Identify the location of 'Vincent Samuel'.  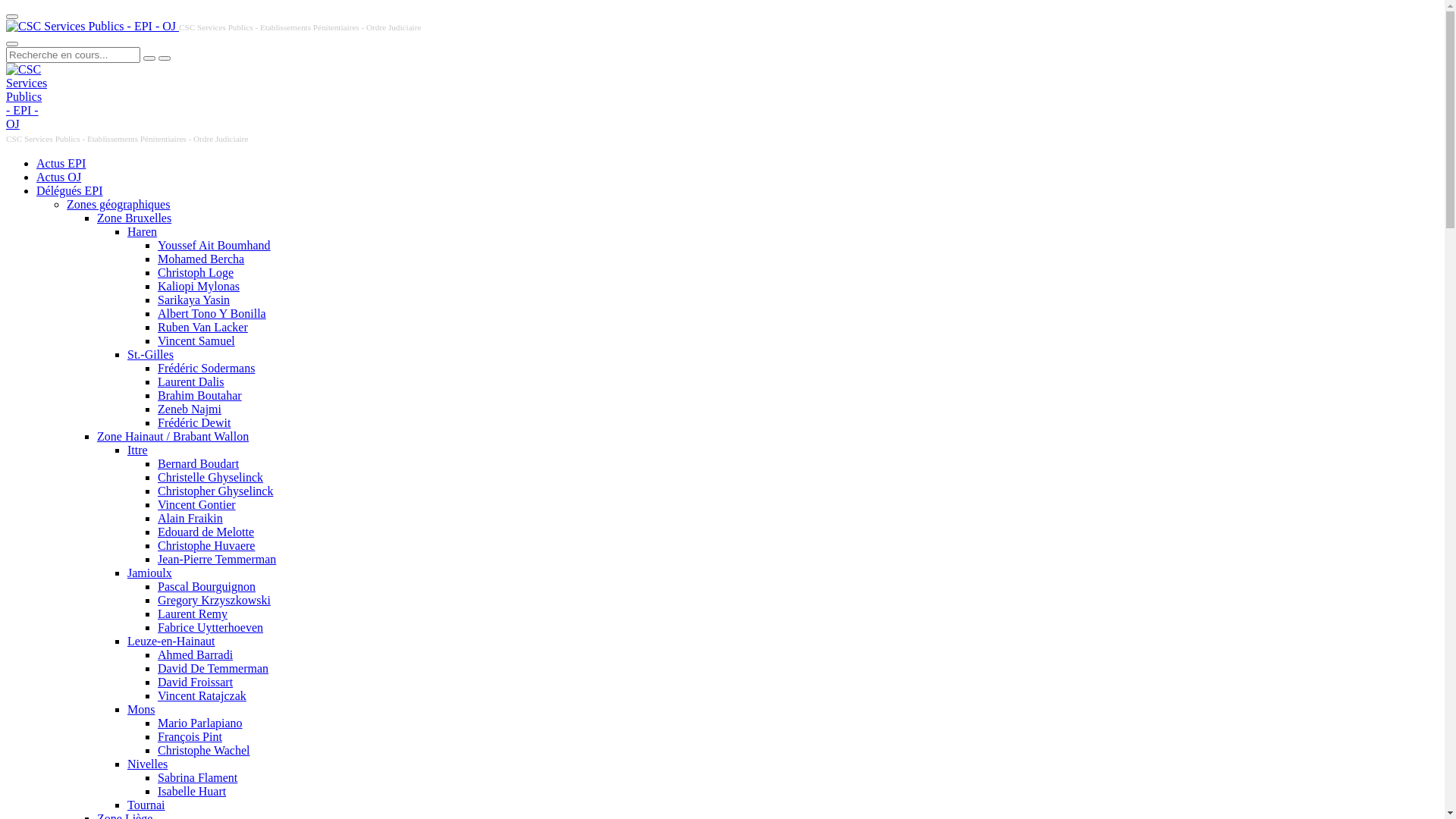
(196, 340).